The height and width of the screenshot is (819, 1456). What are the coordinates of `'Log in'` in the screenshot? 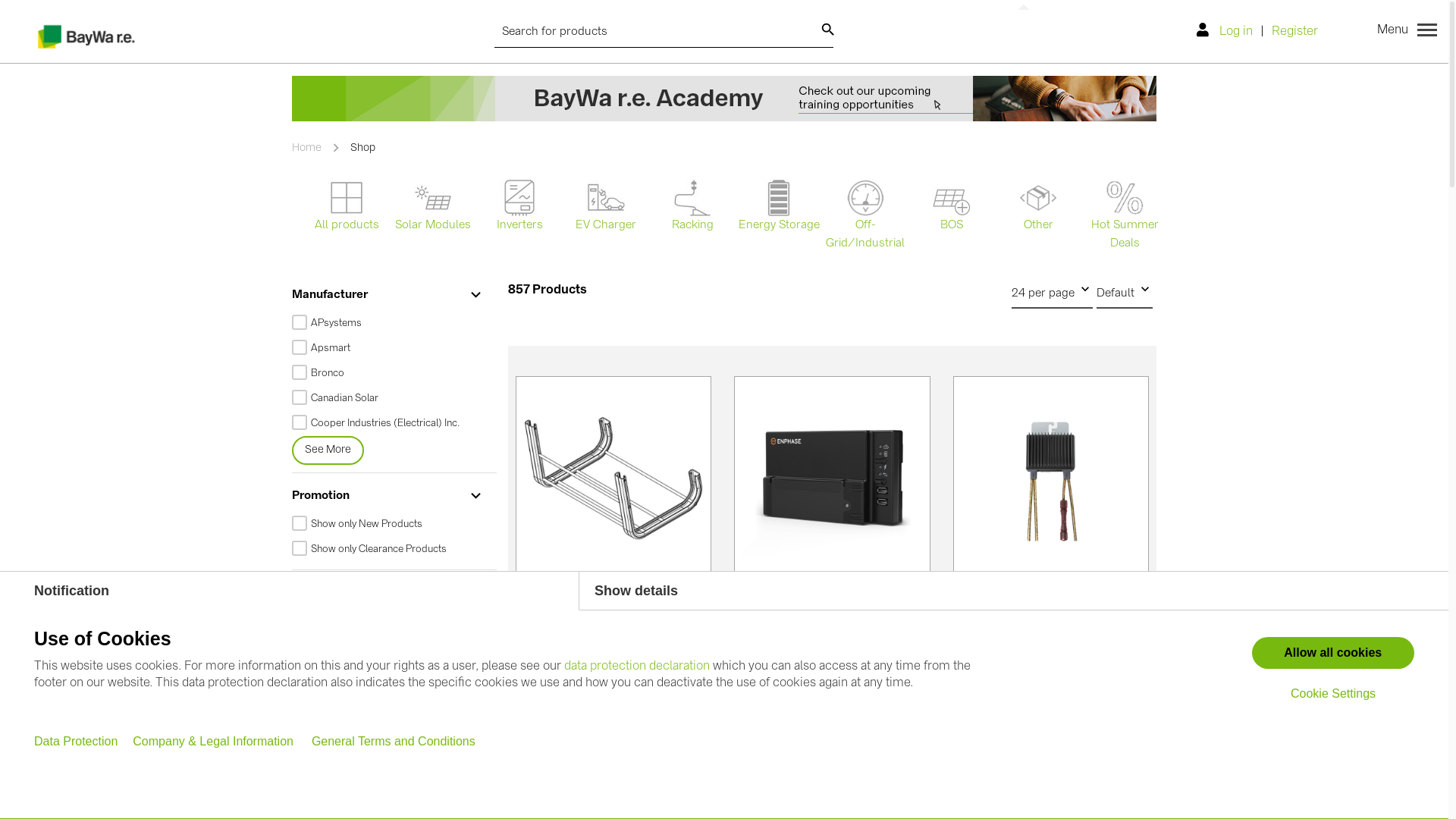 It's located at (1228, 32).